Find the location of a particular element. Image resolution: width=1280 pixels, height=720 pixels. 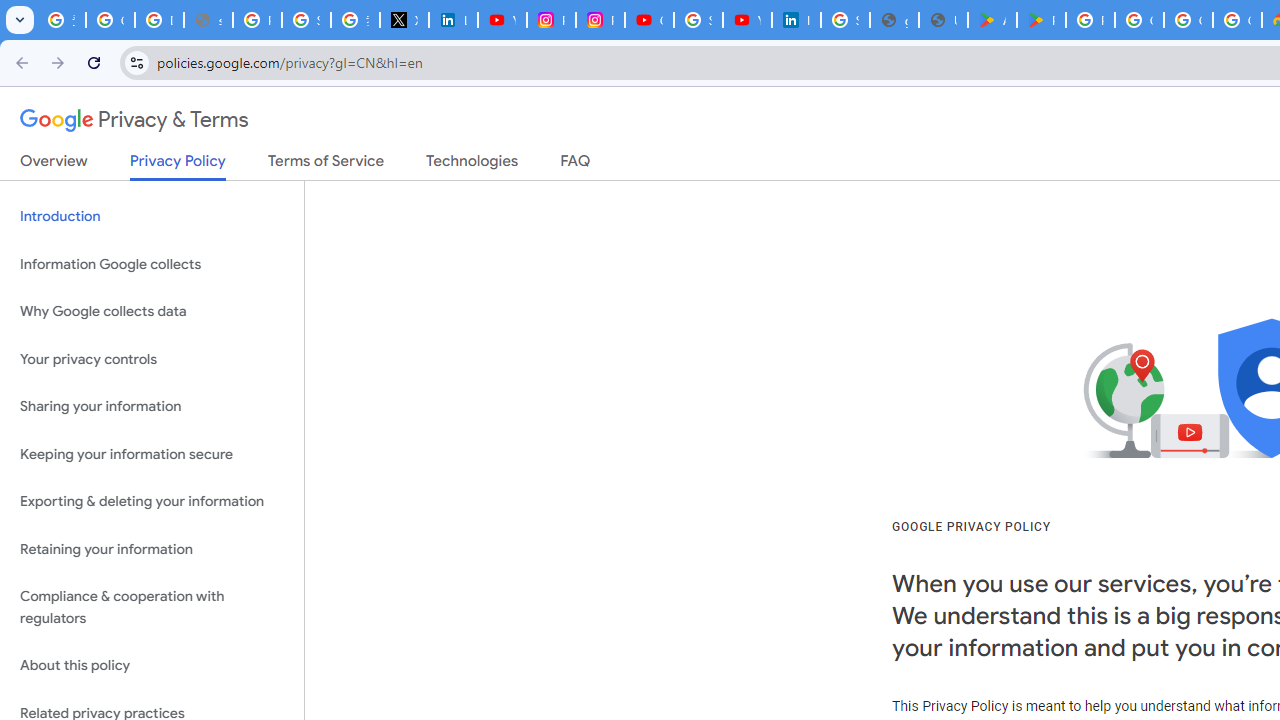

'Google Workspace - Specific Terms' is located at coordinates (1236, 20).